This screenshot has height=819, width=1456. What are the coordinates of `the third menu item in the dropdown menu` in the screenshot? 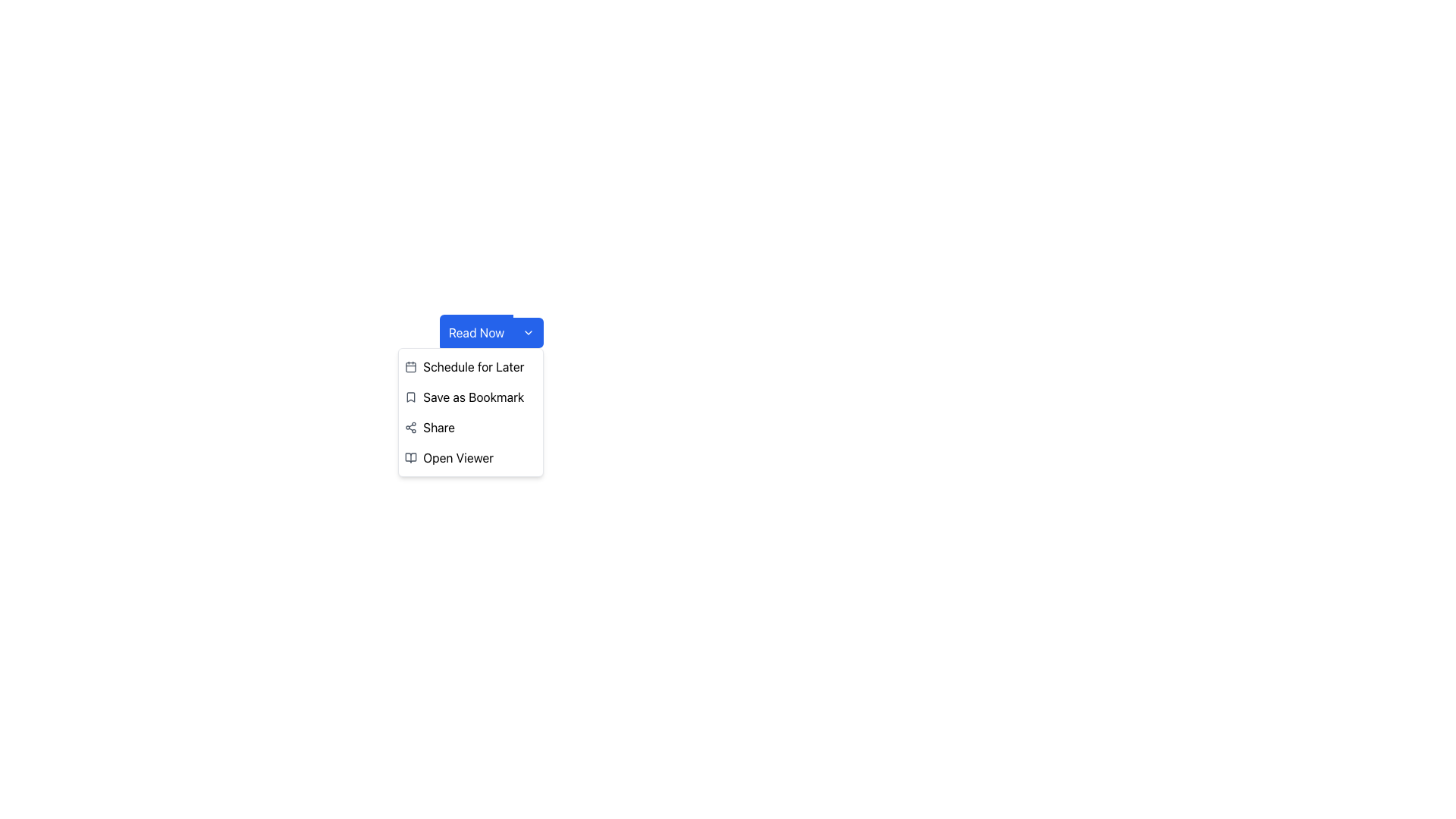 It's located at (470, 427).